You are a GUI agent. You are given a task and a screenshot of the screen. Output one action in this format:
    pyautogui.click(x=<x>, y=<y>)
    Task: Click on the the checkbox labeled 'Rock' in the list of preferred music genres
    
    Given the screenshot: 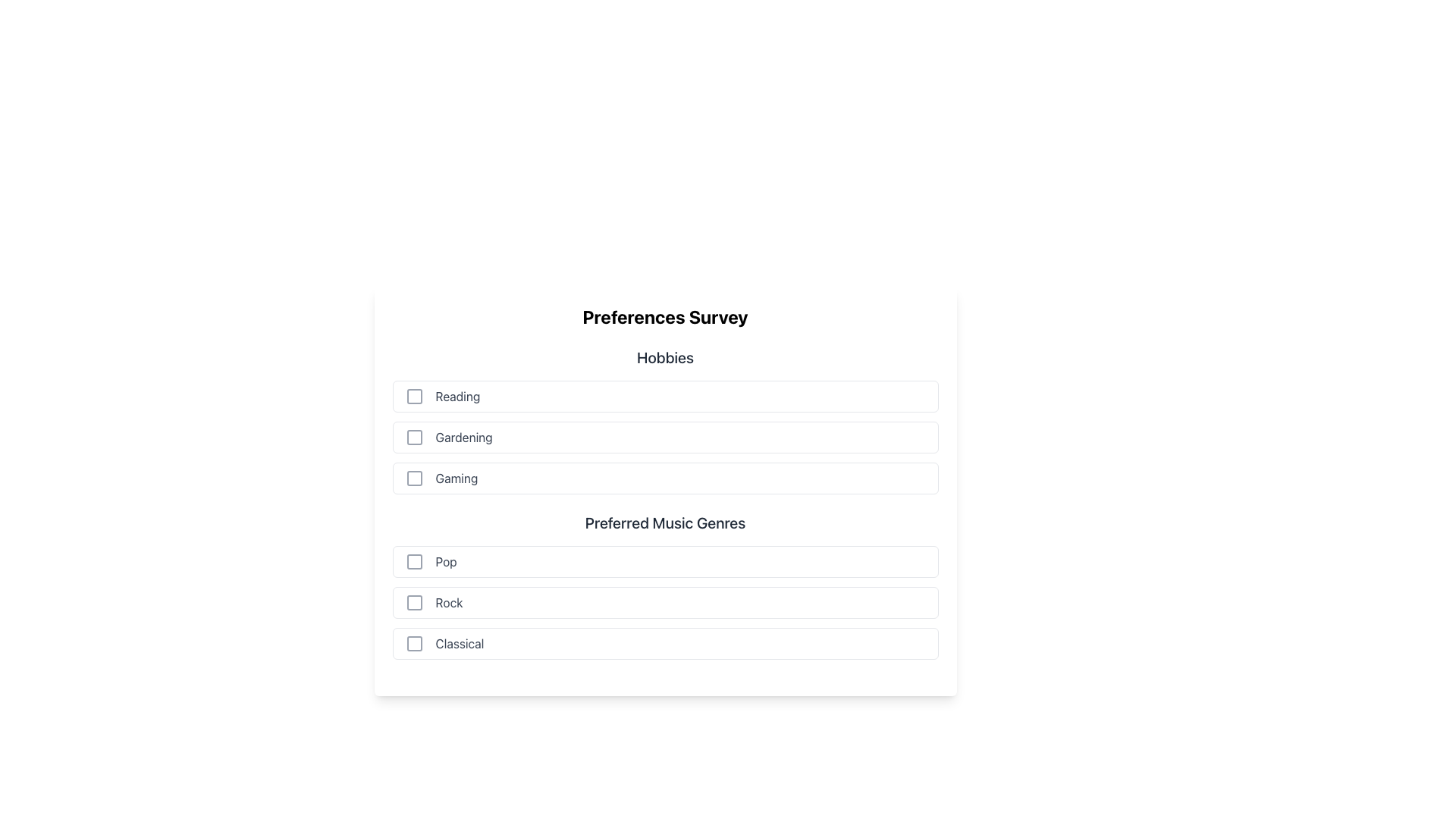 What is the action you would take?
    pyautogui.click(x=665, y=601)
    